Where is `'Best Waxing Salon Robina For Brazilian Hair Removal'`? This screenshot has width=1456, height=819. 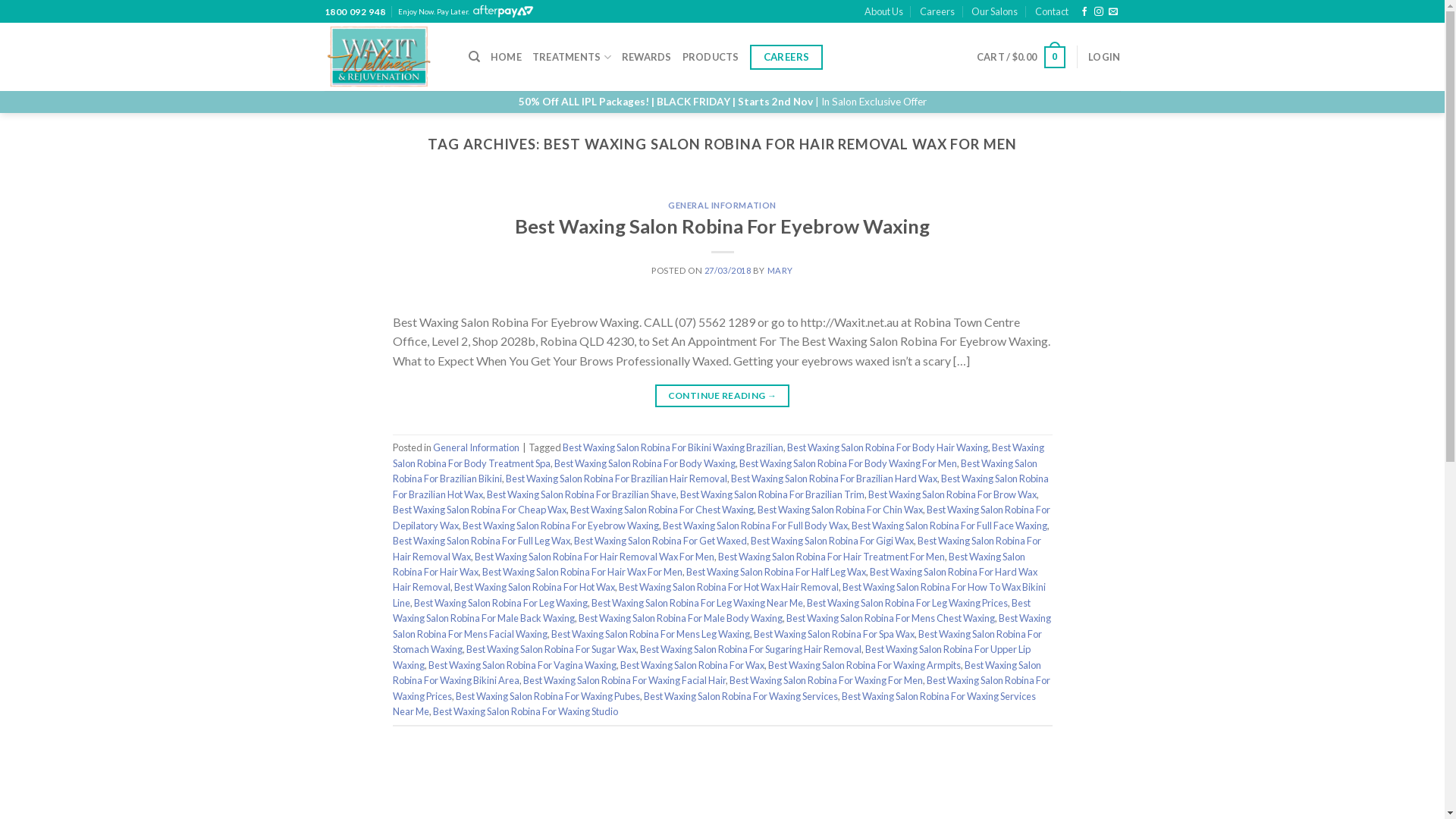 'Best Waxing Salon Robina For Brazilian Hair Removal' is located at coordinates (615, 479).